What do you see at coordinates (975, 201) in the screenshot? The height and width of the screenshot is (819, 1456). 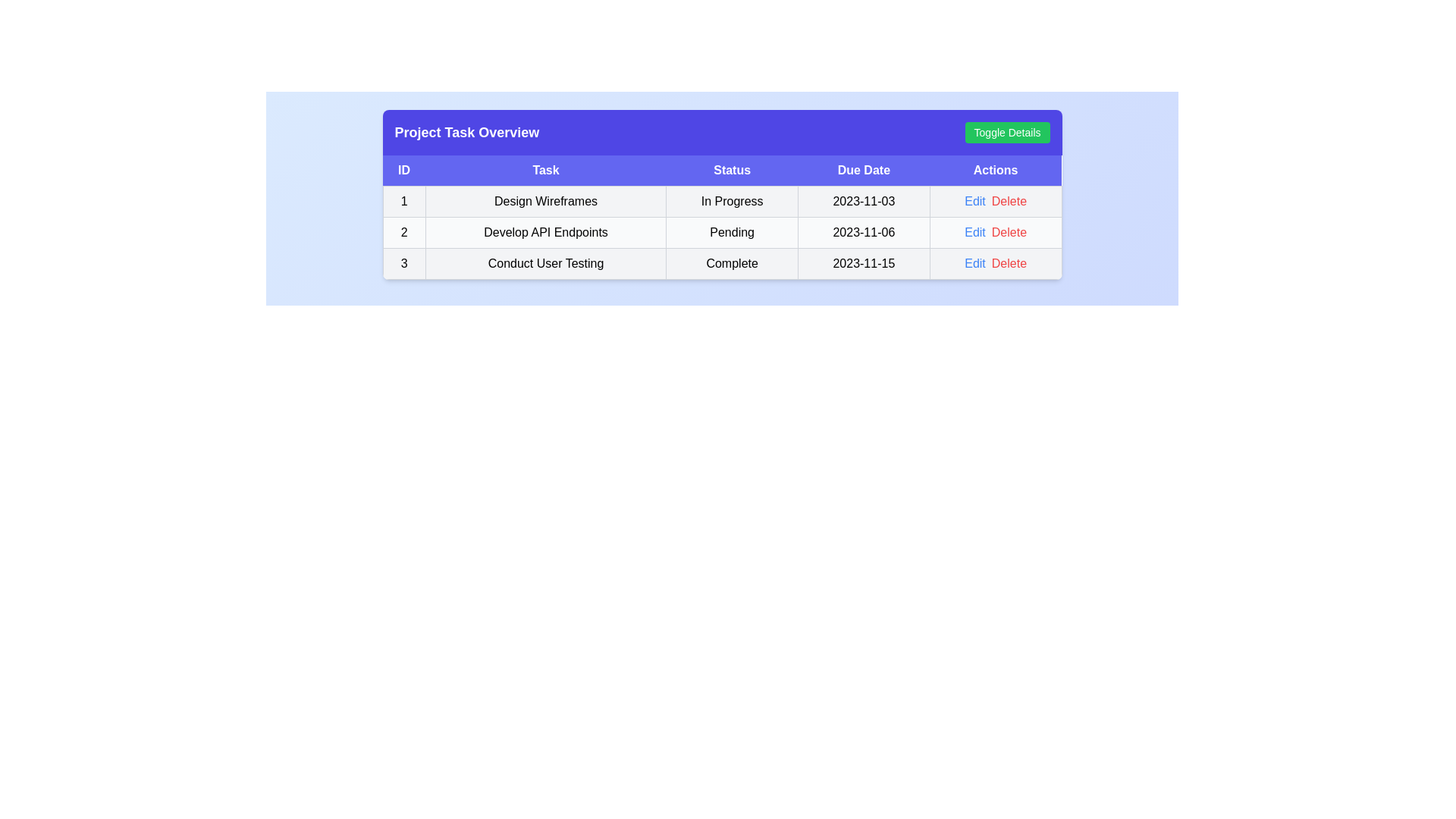 I see `the 'Edit' button corresponding to the task with ID 1` at bounding box center [975, 201].